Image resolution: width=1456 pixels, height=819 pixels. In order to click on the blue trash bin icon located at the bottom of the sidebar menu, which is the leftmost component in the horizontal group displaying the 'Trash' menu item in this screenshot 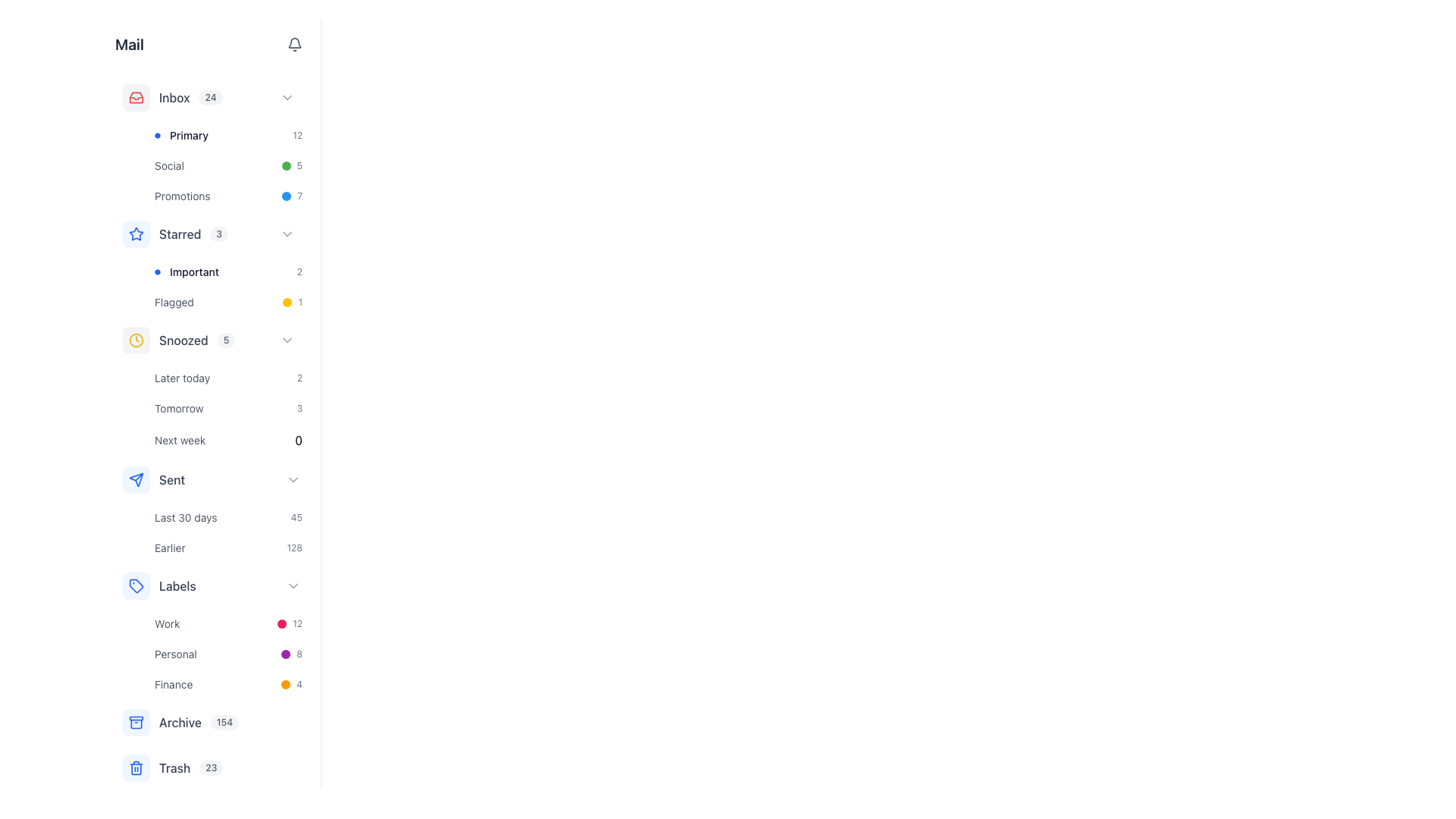, I will do `click(136, 768)`.